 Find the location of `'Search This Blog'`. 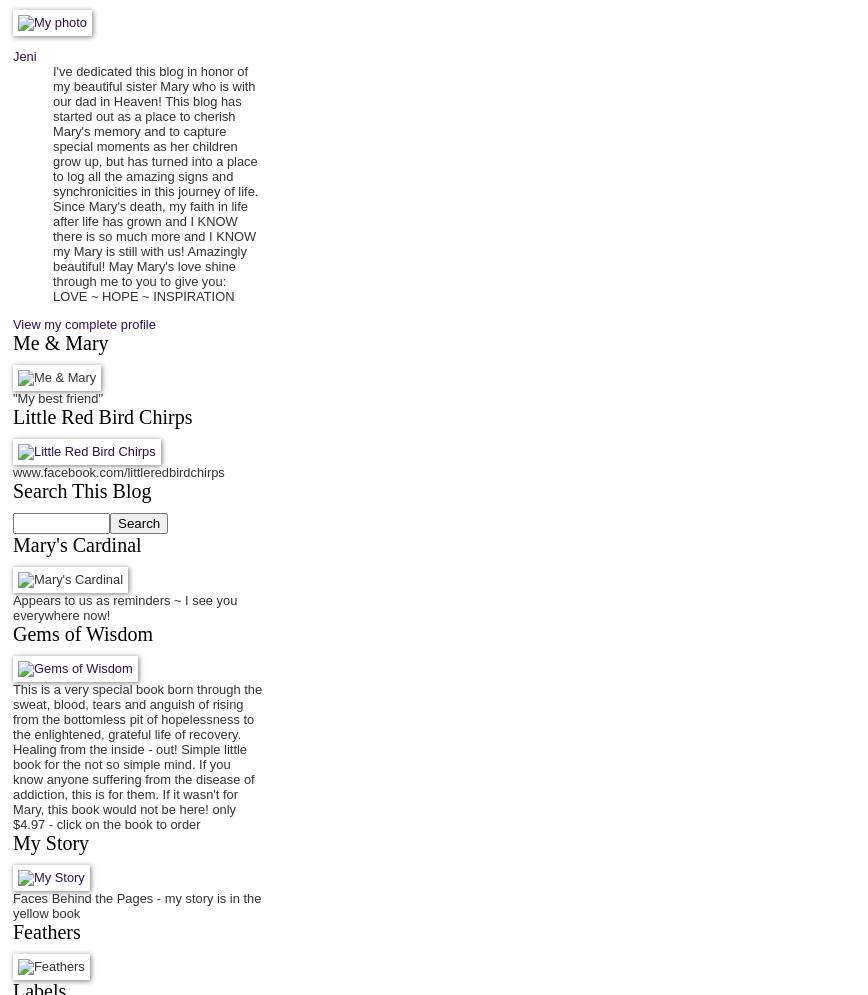

'Search This Blog' is located at coordinates (13, 490).